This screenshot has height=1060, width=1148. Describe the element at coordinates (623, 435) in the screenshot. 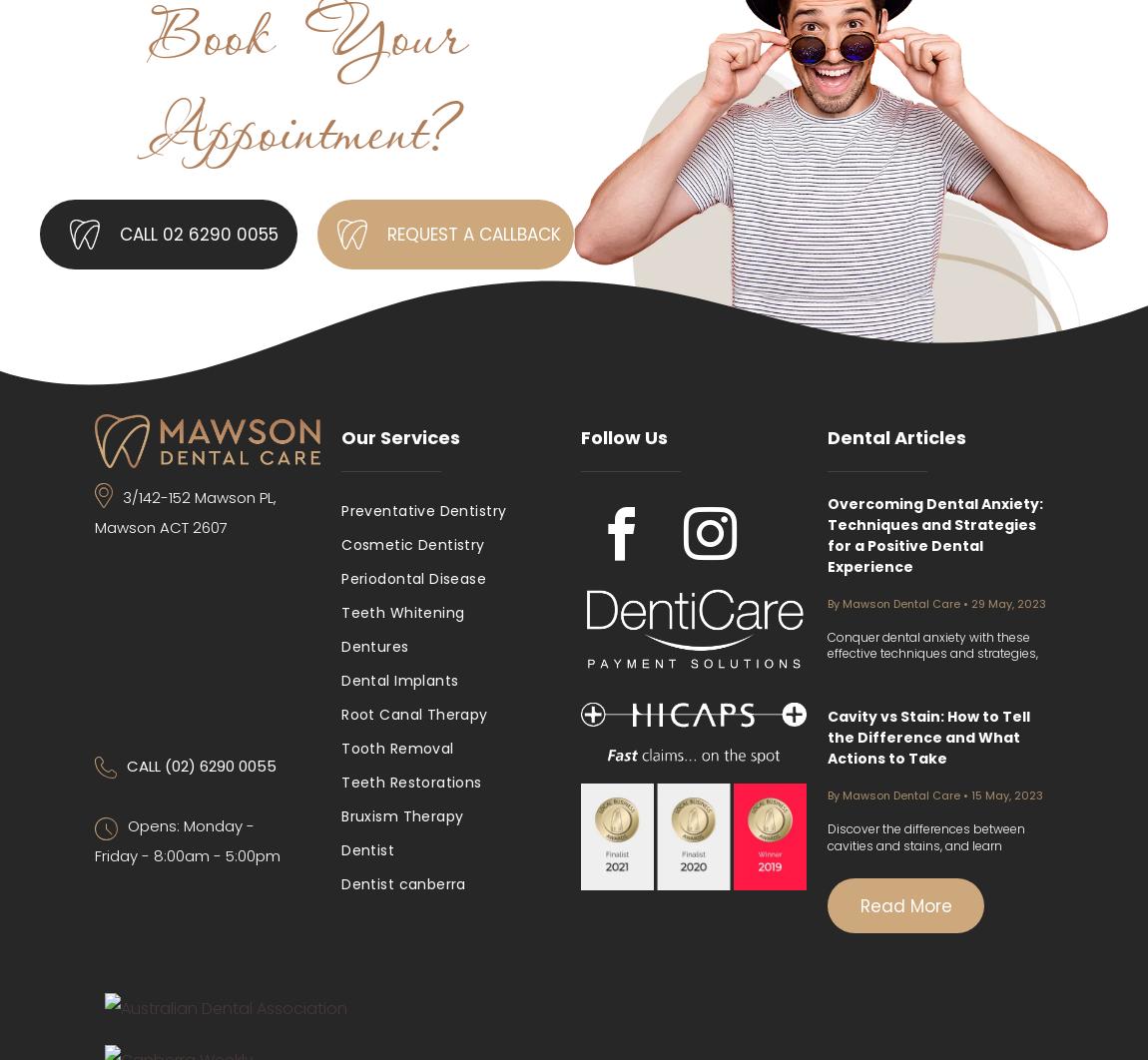

I see `'Follow Us'` at that location.